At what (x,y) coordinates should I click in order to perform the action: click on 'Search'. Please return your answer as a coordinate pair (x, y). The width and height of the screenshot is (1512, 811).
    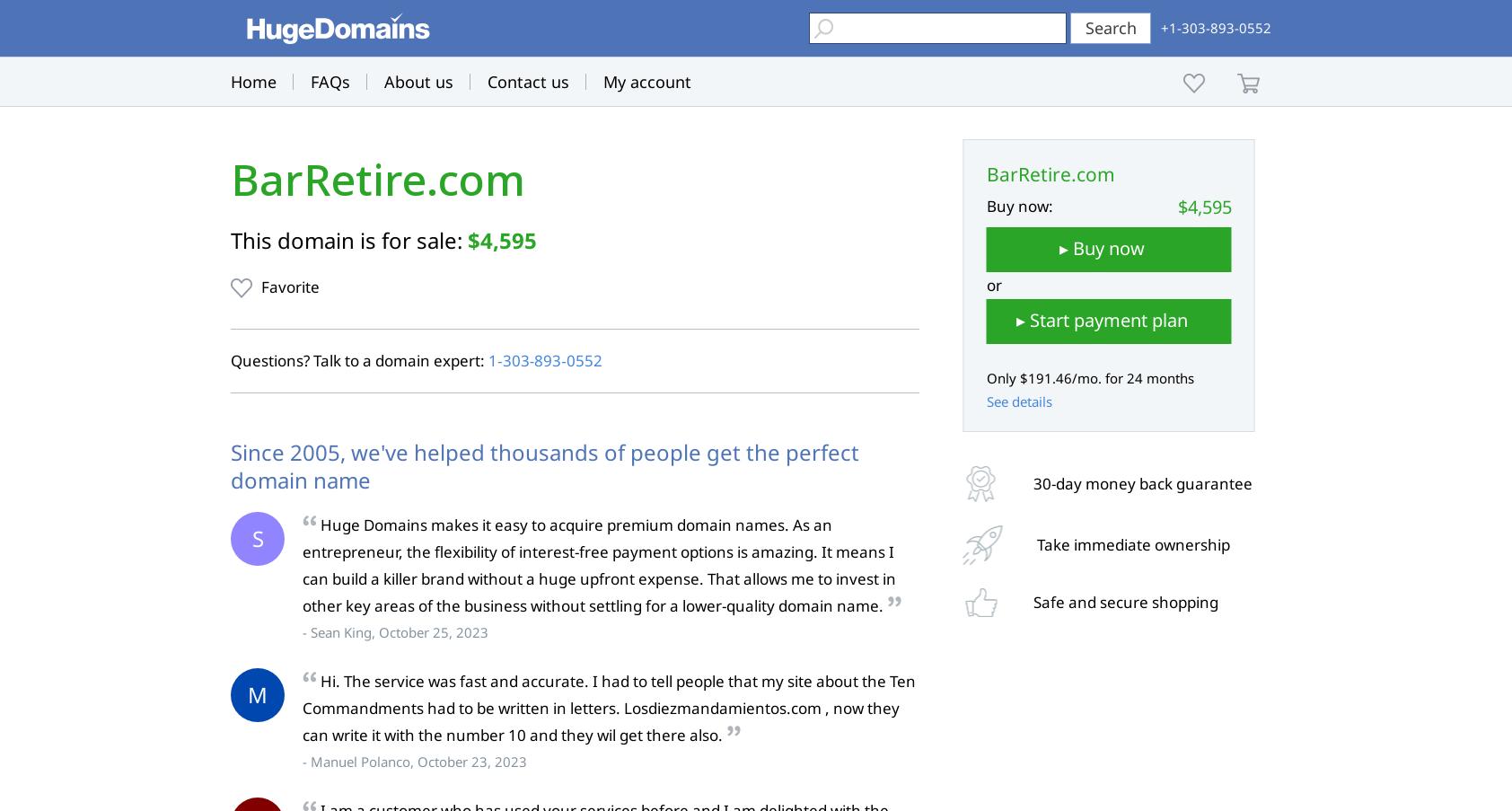
    Looking at the image, I should click on (1084, 26).